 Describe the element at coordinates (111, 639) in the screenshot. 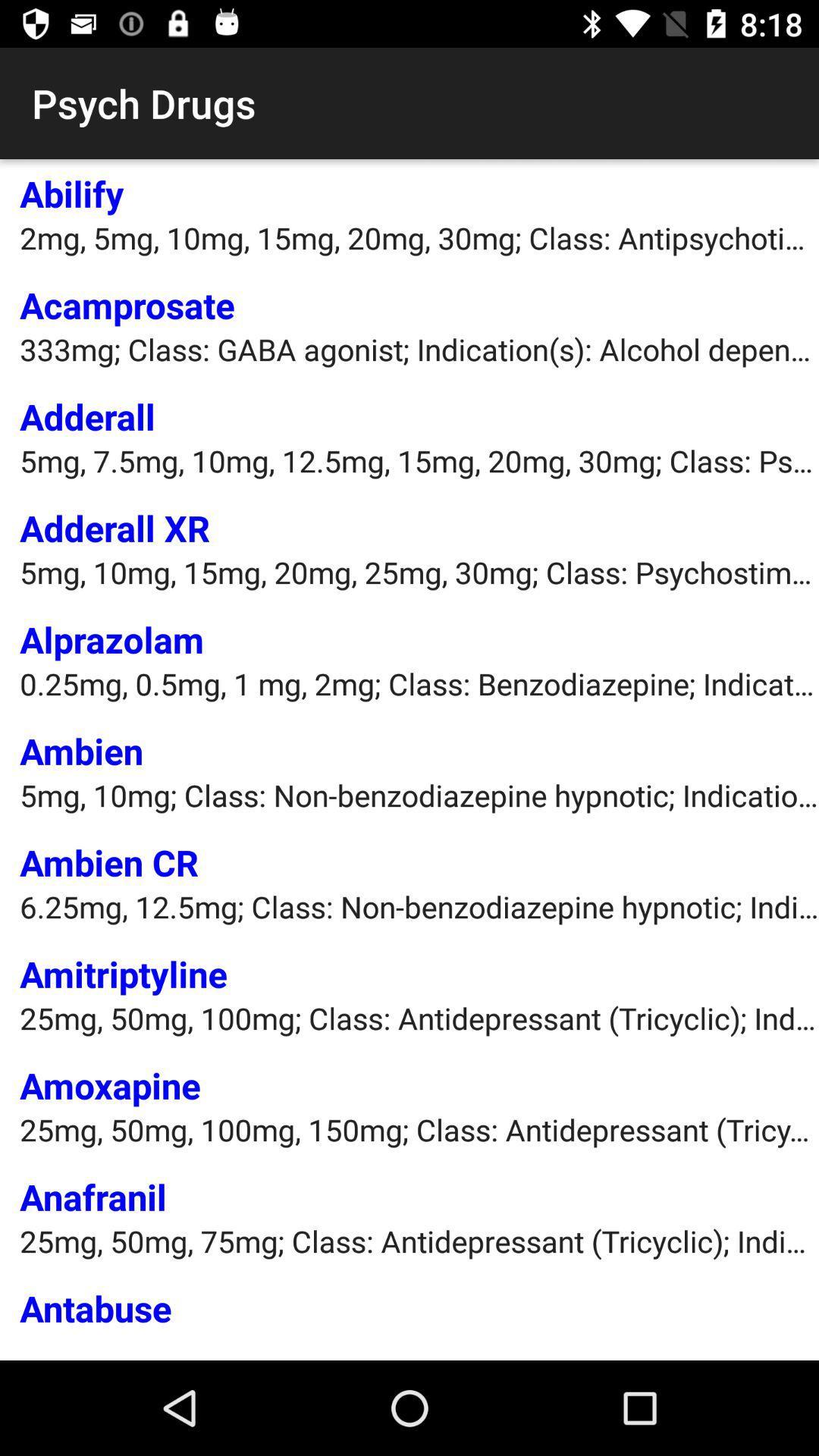

I see `alprazolam item` at that location.